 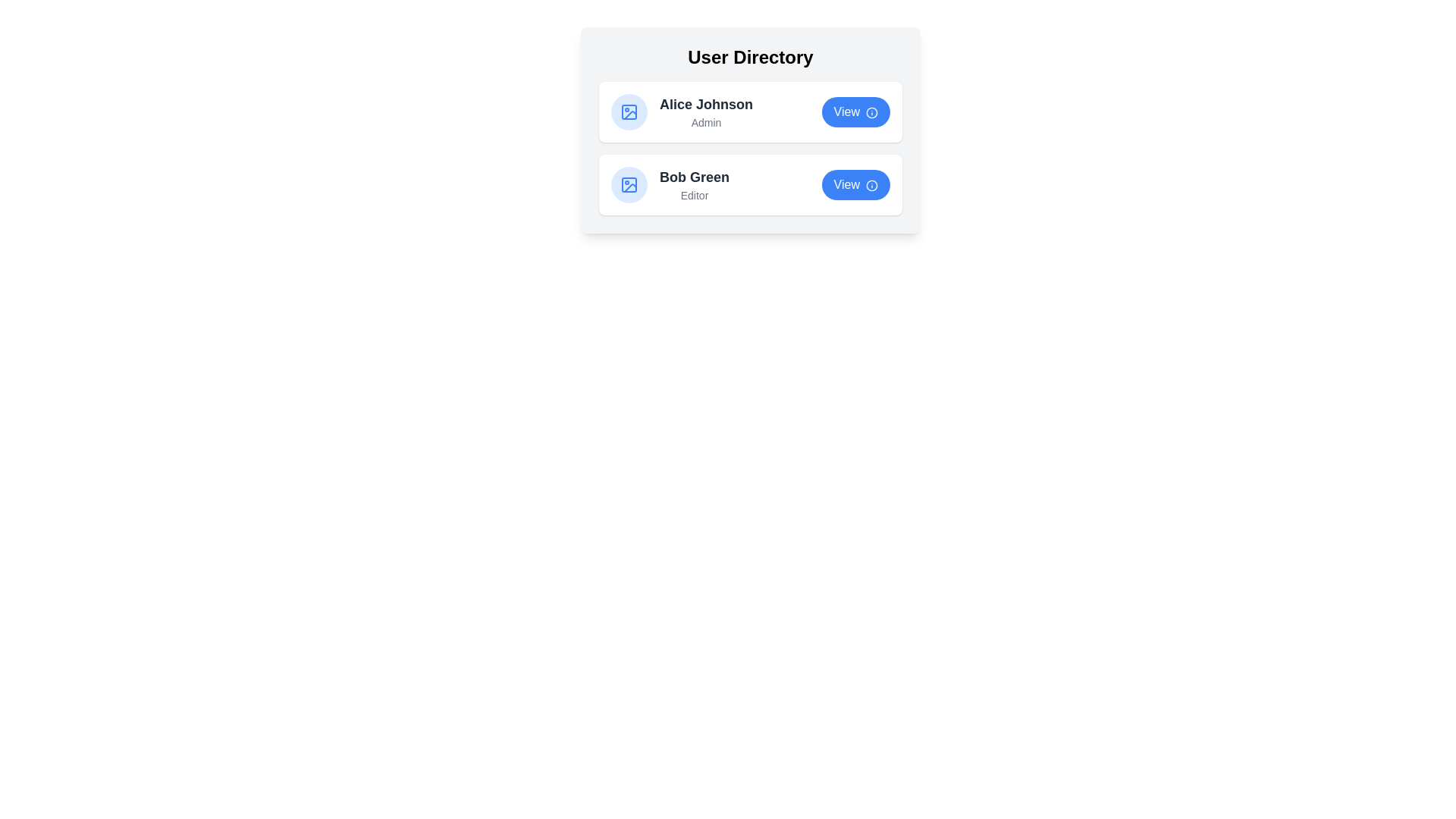 I want to click on the user's icon for Bob Green, so click(x=629, y=184).